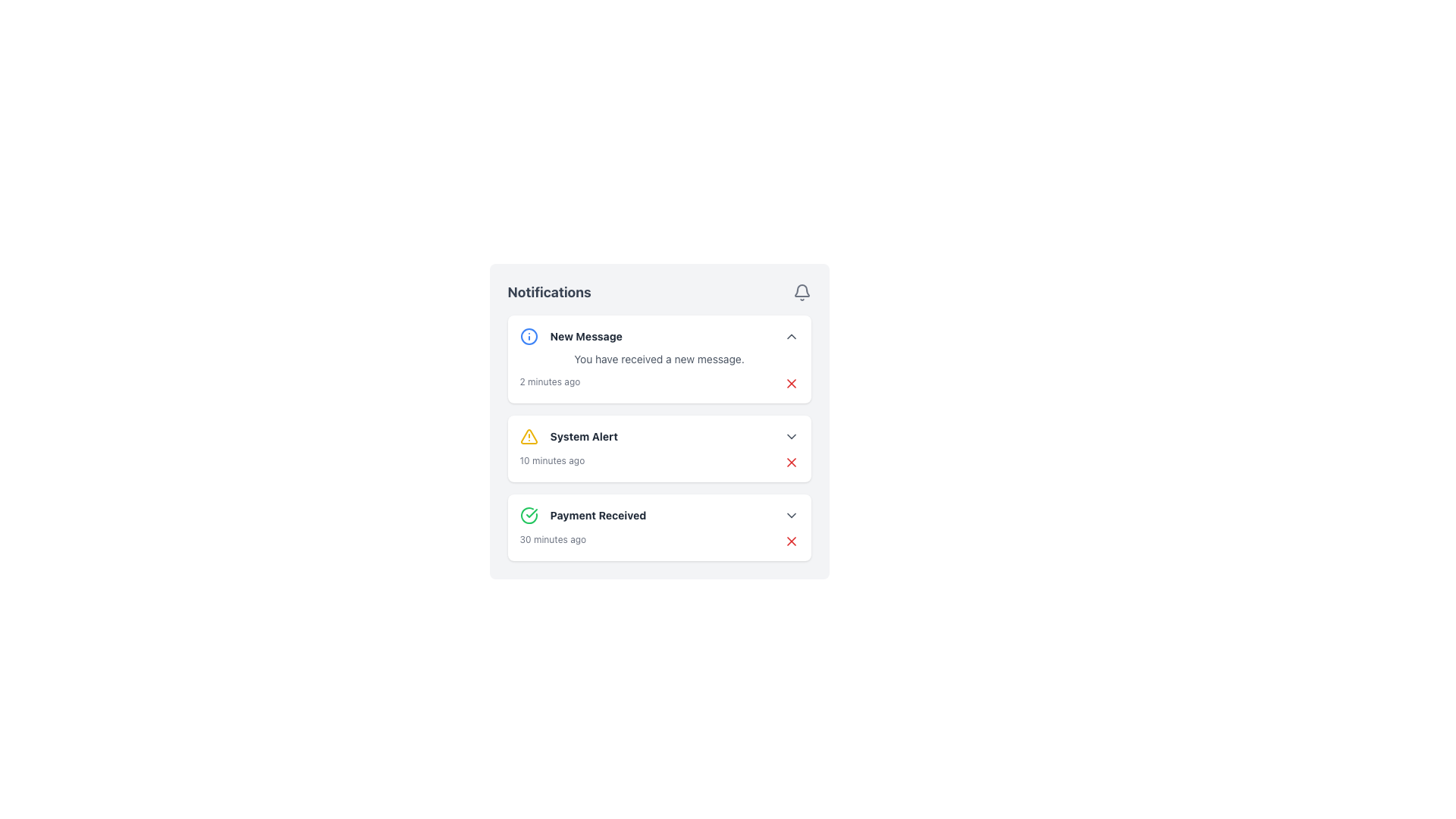  What do you see at coordinates (552, 540) in the screenshot?
I see `the timestamp text label located at the bottom-right corner of the 'Payment Received' notification card` at bounding box center [552, 540].